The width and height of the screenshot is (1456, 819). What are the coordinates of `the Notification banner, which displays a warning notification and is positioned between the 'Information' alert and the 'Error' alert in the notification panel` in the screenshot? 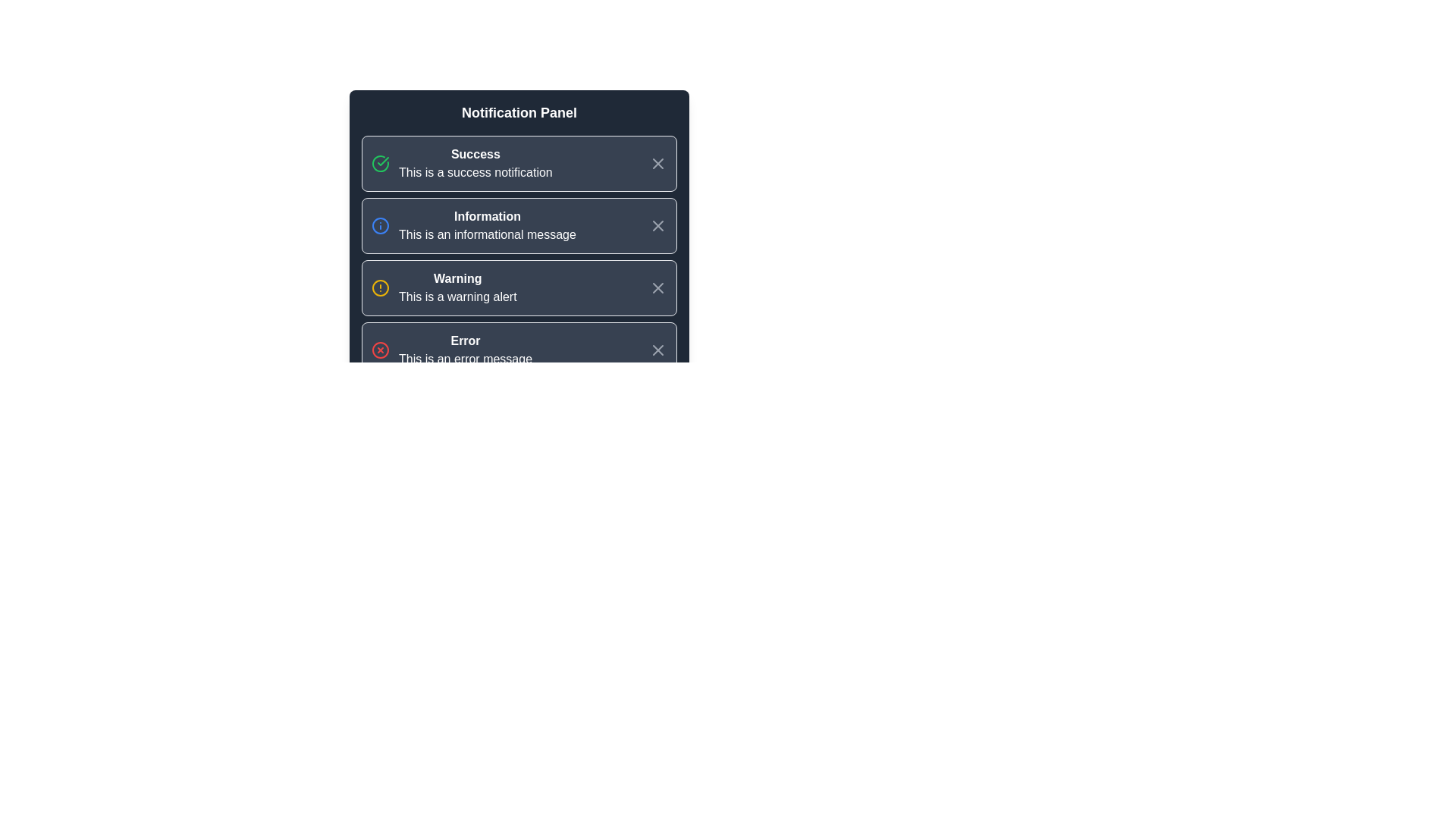 It's located at (443, 288).